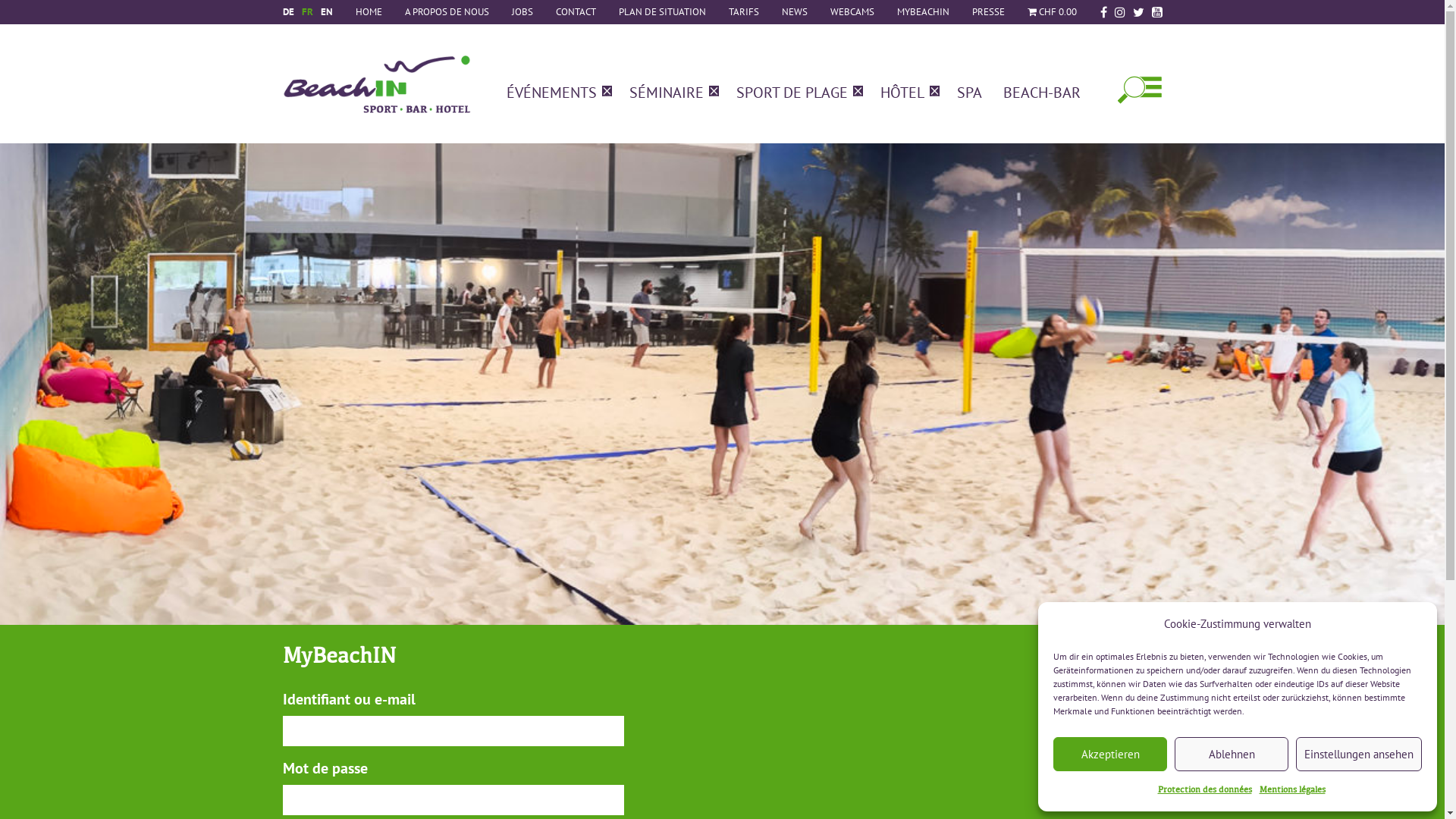 This screenshot has height=819, width=1456. What do you see at coordinates (522, 11) in the screenshot?
I see `'JOBS'` at bounding box center [522, 11].